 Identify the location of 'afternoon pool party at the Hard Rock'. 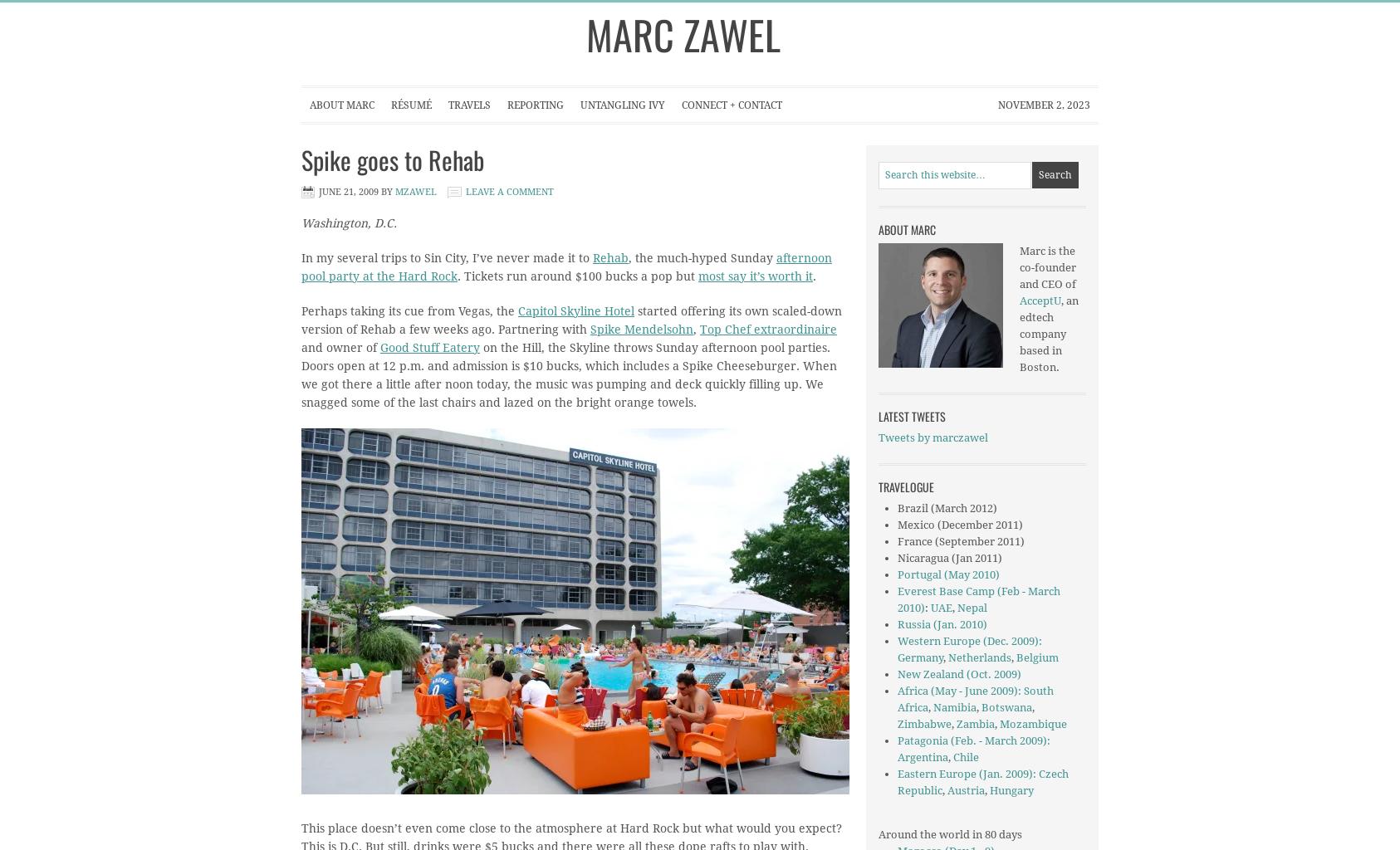
(565, 266).